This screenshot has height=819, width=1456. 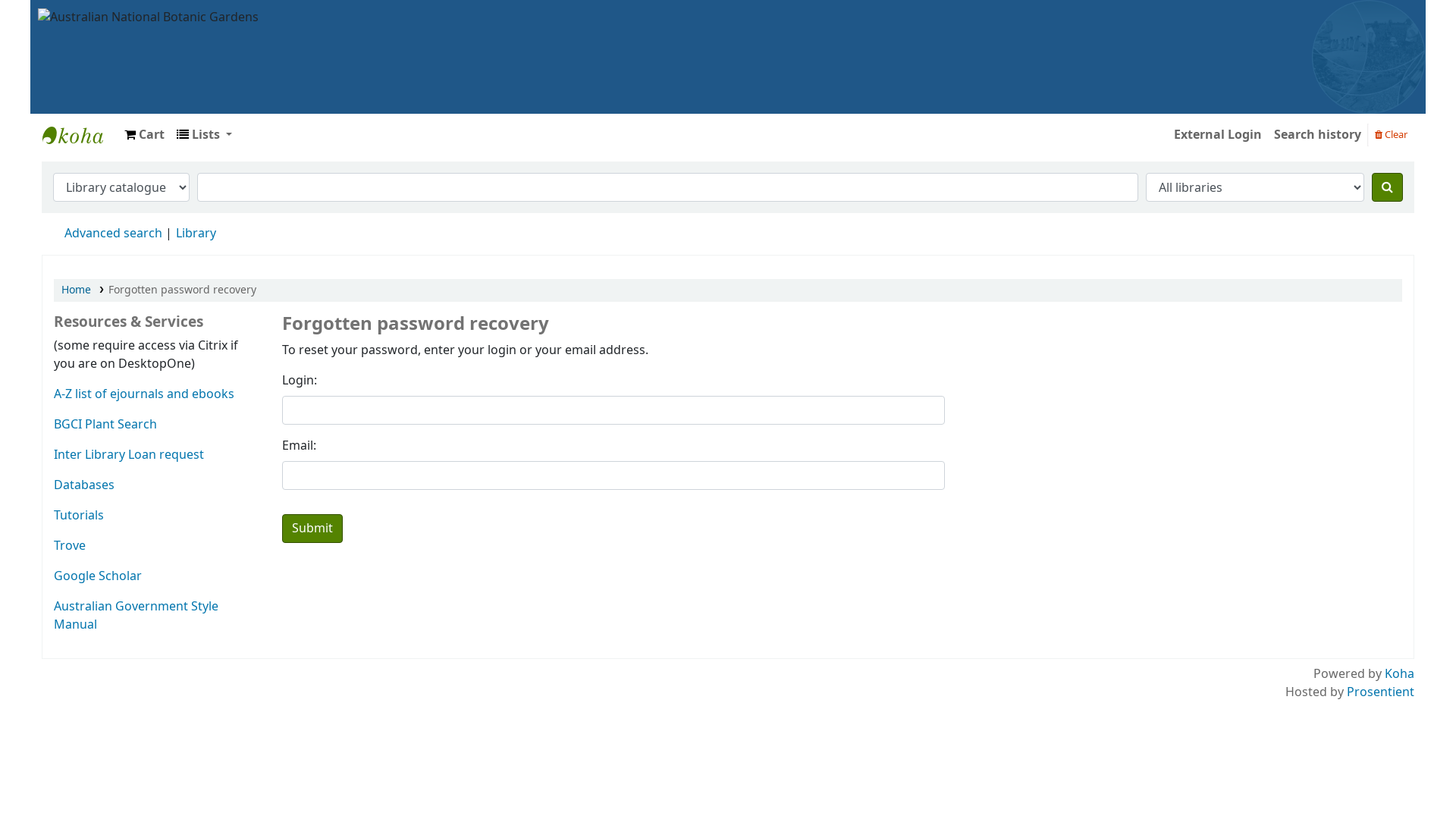 I want to click on 'Forgotten password recovery', so click(x=182, y=290).